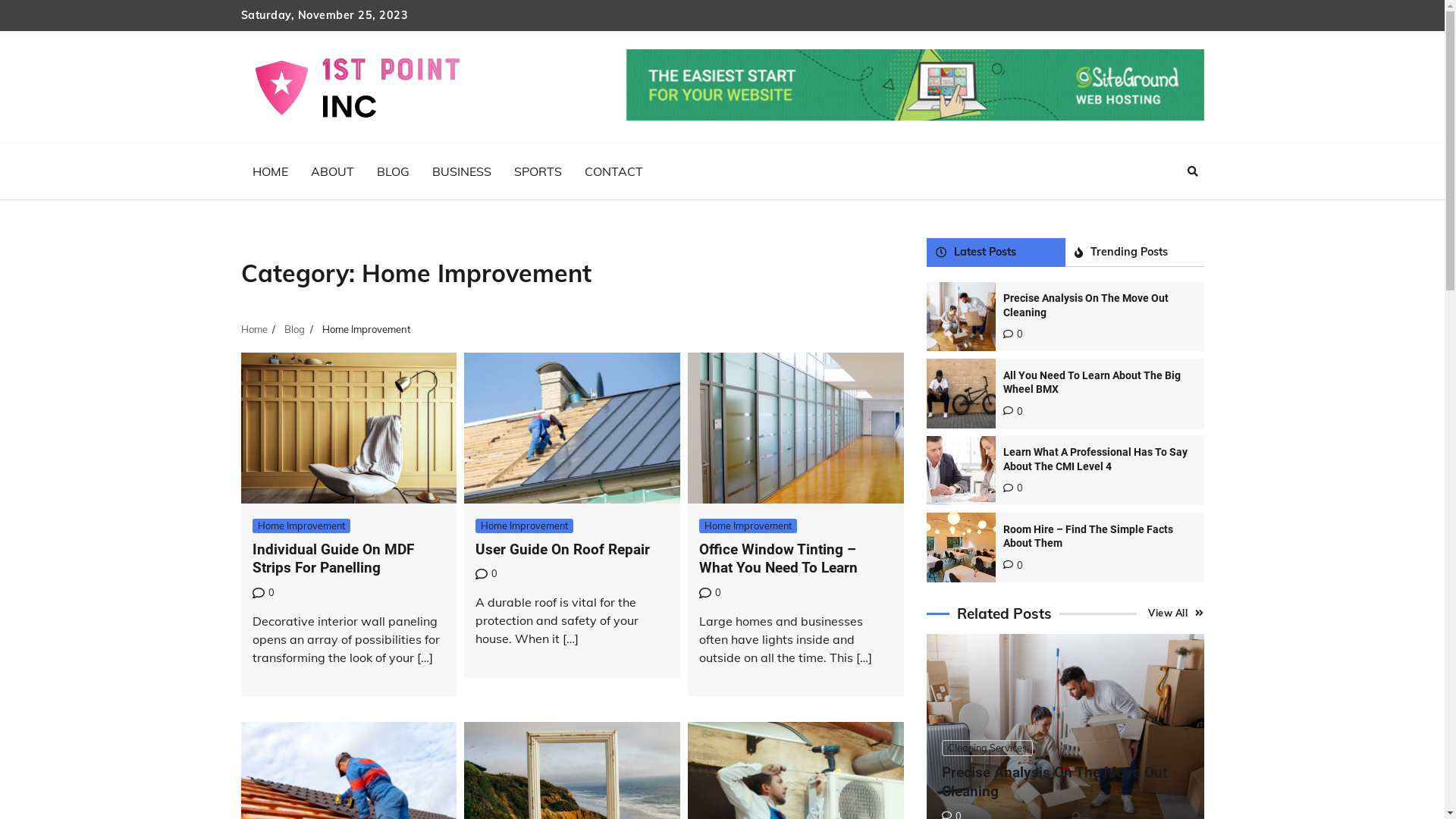 Image resolution: width=1456 pixels, height=819 pixels. Describe the element at coordinates (996, 251) in the screenshot. I see `'Latest Posts'` at that location.